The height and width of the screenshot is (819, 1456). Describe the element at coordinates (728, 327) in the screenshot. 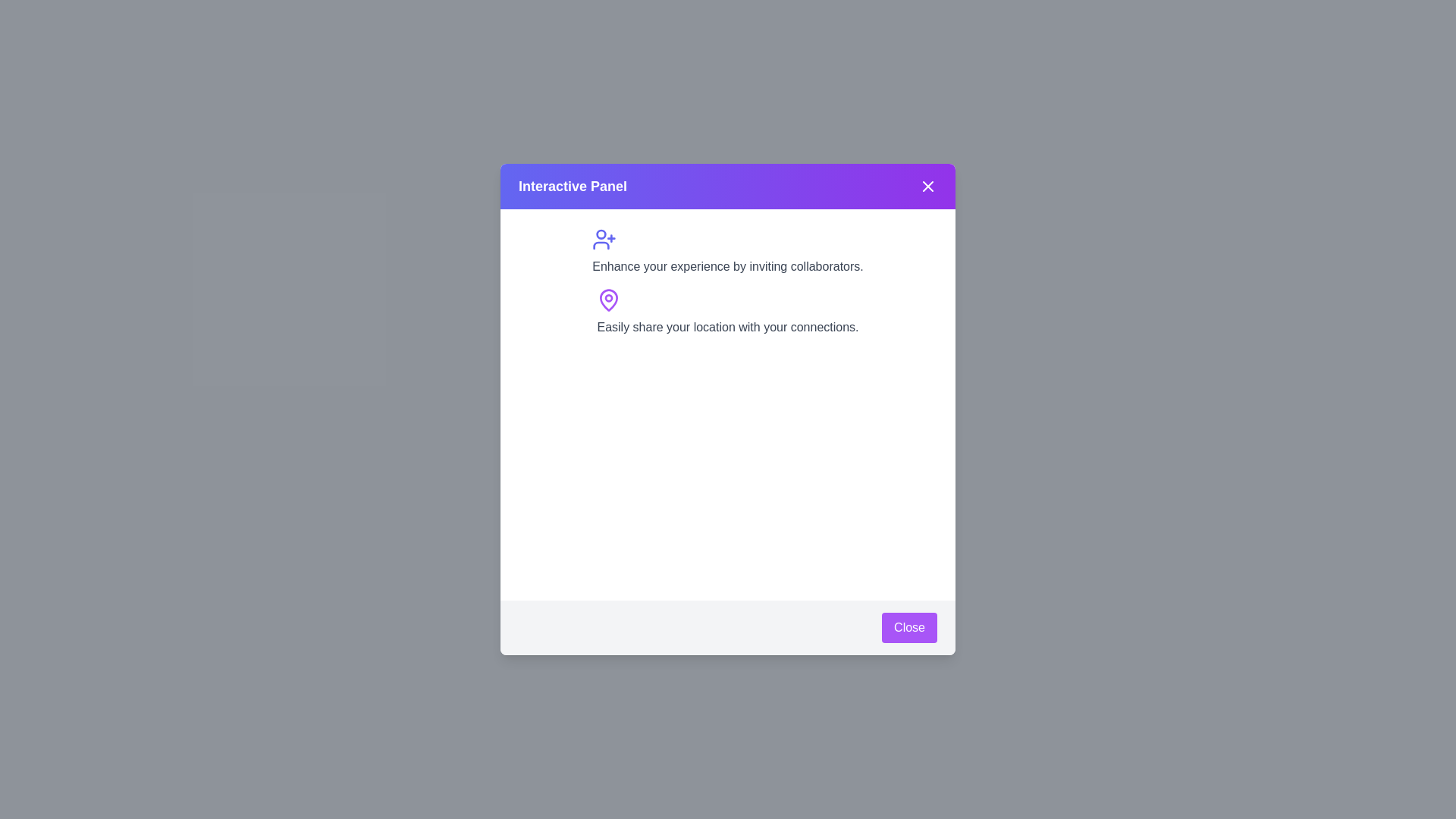

I see `the text label that reads 'Easily share your location with your connections.', which is styled in gray and located below the purple map pin icon in the dialog panel` at that location.